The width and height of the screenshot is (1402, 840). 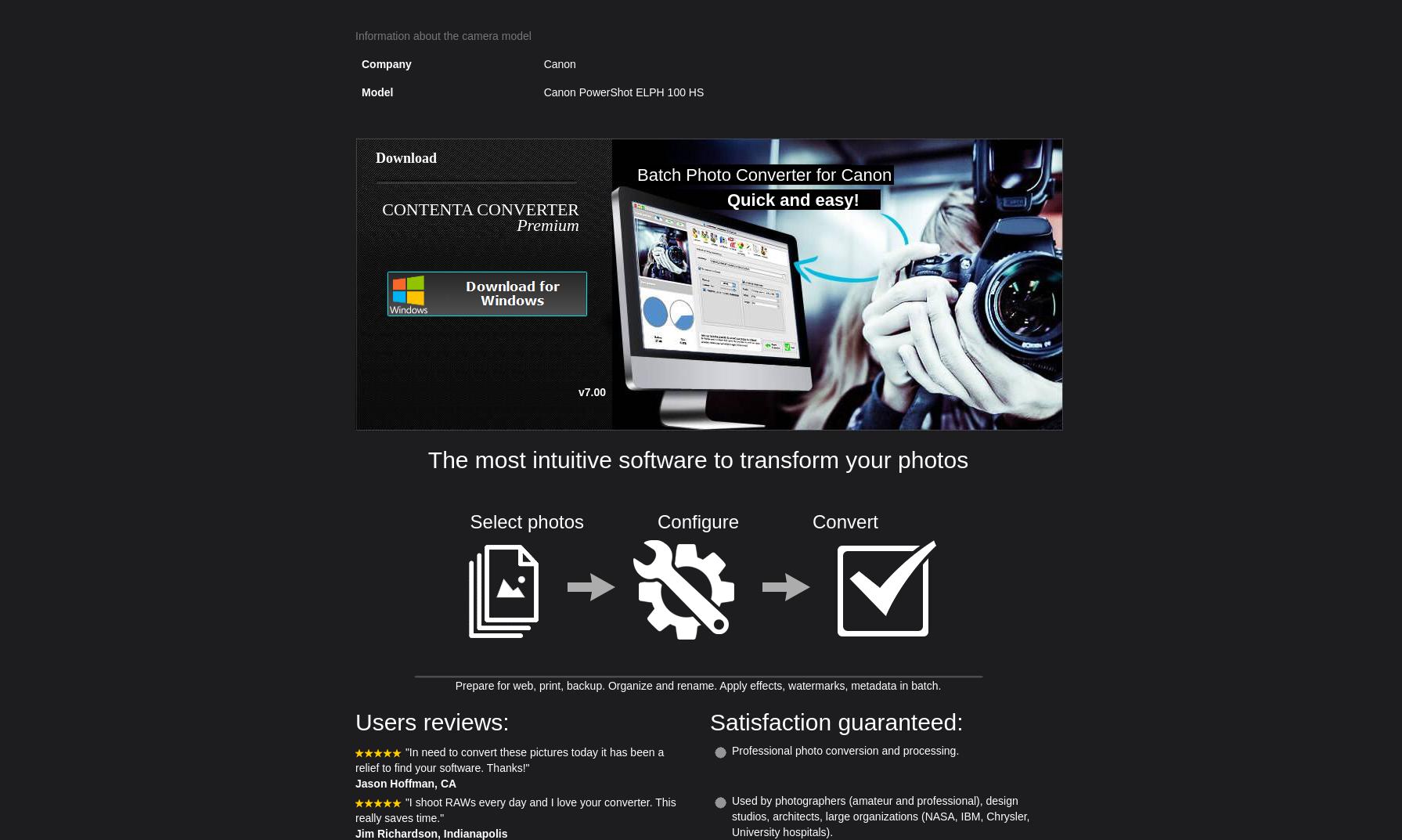 I want to click on 'Canon', so click(x=559, y=63).